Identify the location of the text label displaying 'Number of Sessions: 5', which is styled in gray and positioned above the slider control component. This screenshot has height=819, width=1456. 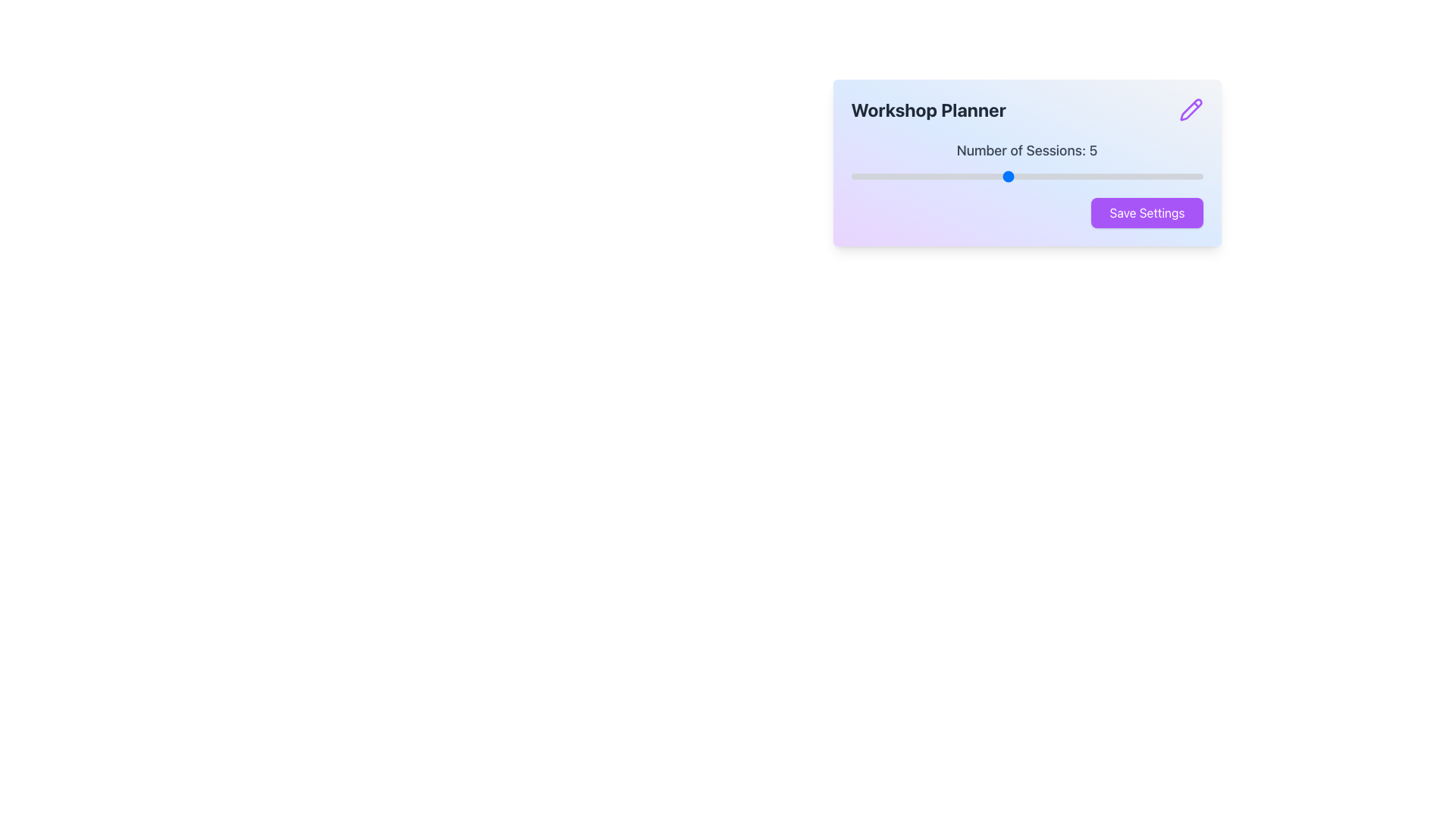
(1027, 151).